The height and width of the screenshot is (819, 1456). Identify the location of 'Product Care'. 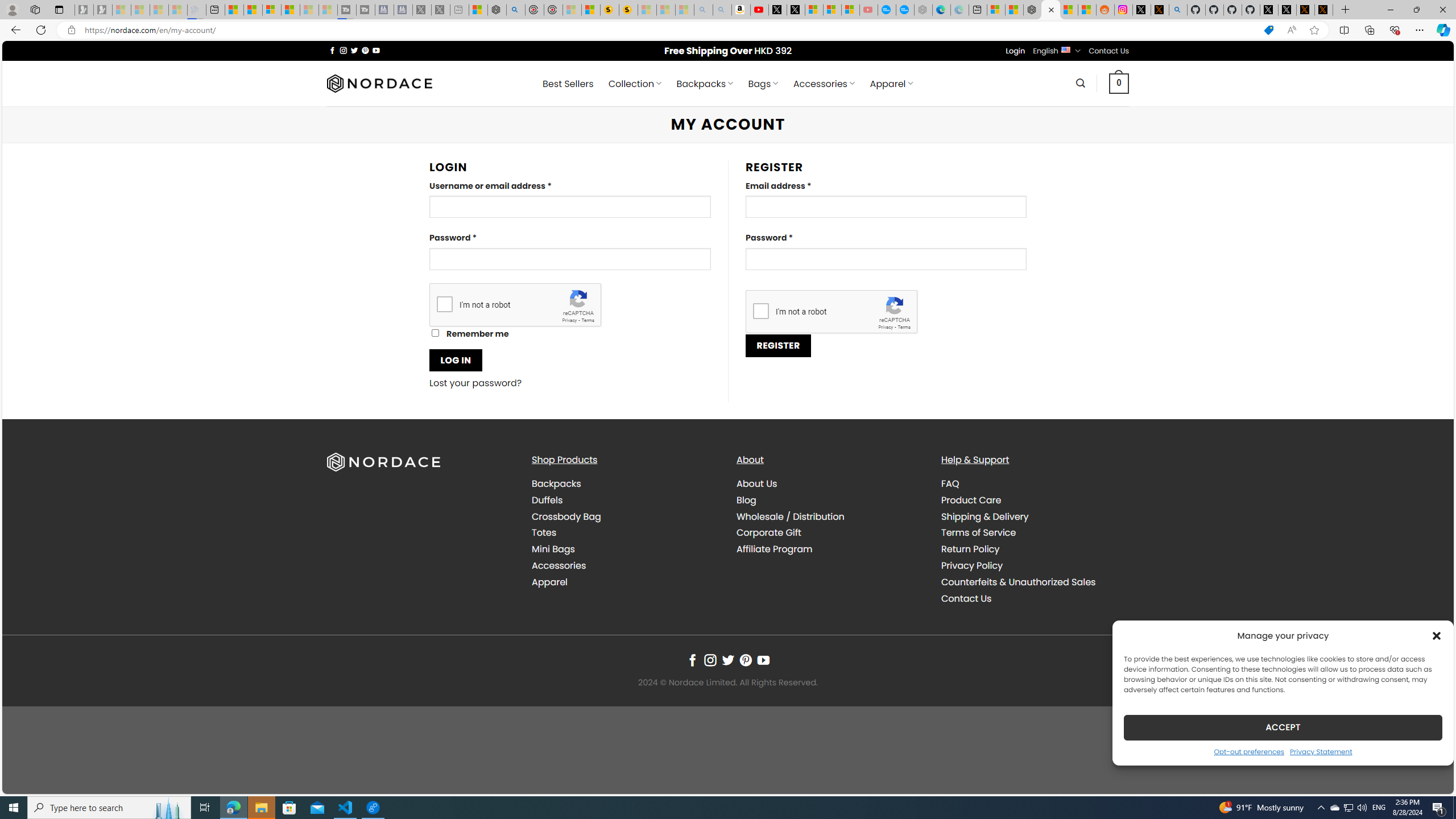
(1034, 499).